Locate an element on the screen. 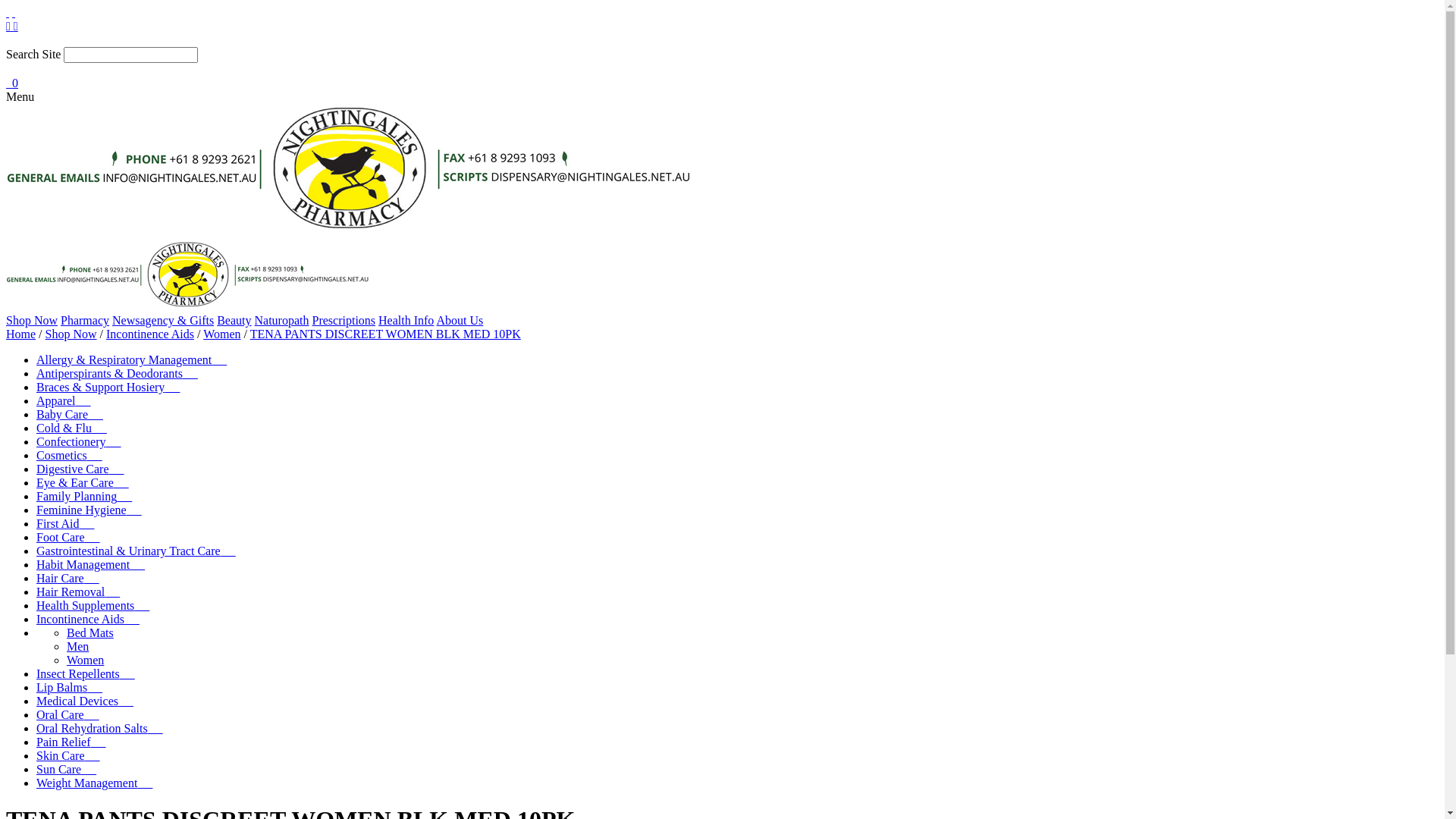 The width and height of the screenshot is (1456, 819). 'Insect Repellents     ' is located at coordinates (85, 673).